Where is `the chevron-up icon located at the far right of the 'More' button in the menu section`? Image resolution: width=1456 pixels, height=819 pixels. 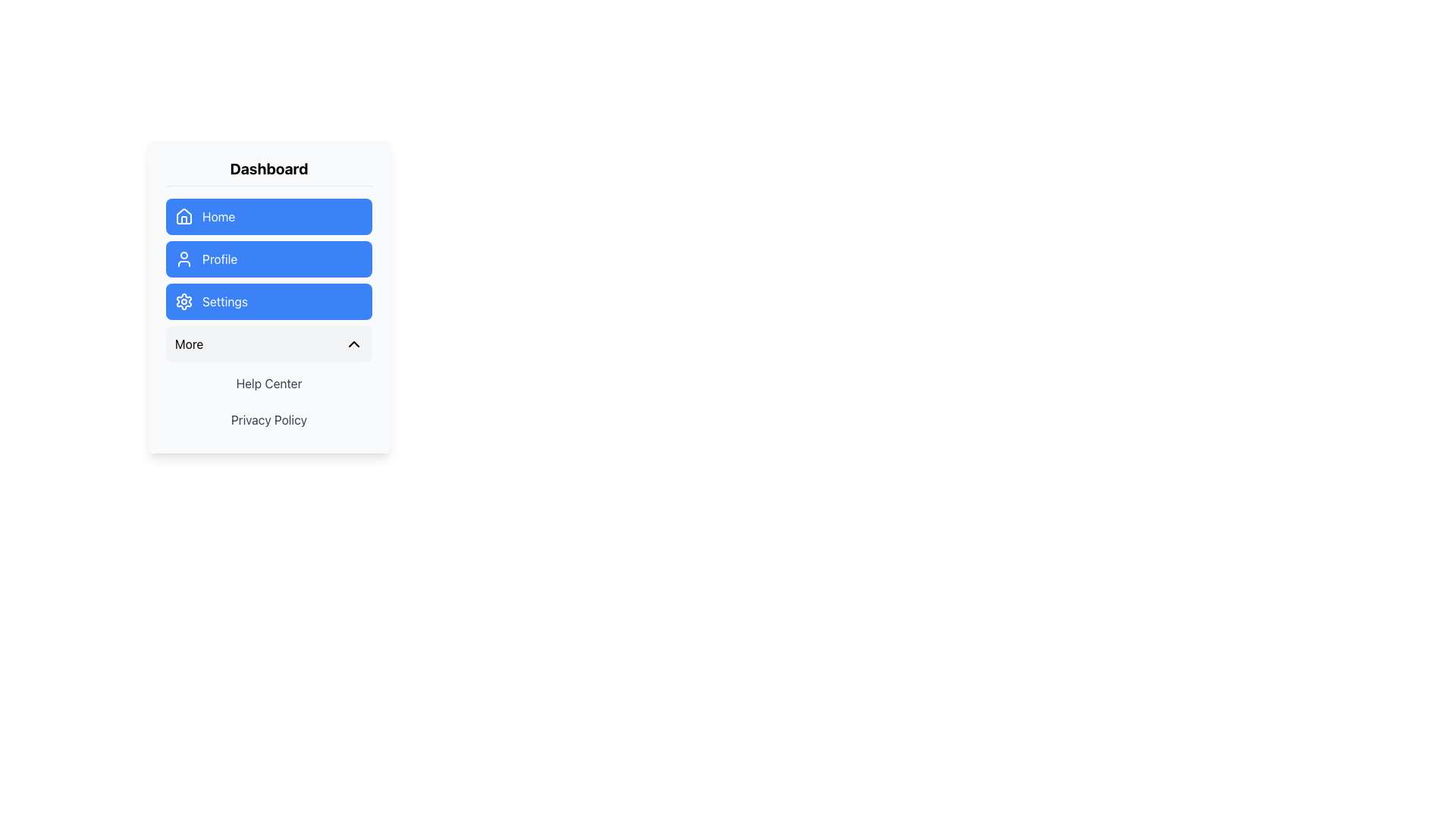
the chevron-up icon located at the far right of the 'More' button in the menu section is located at coordinates (353, 344).